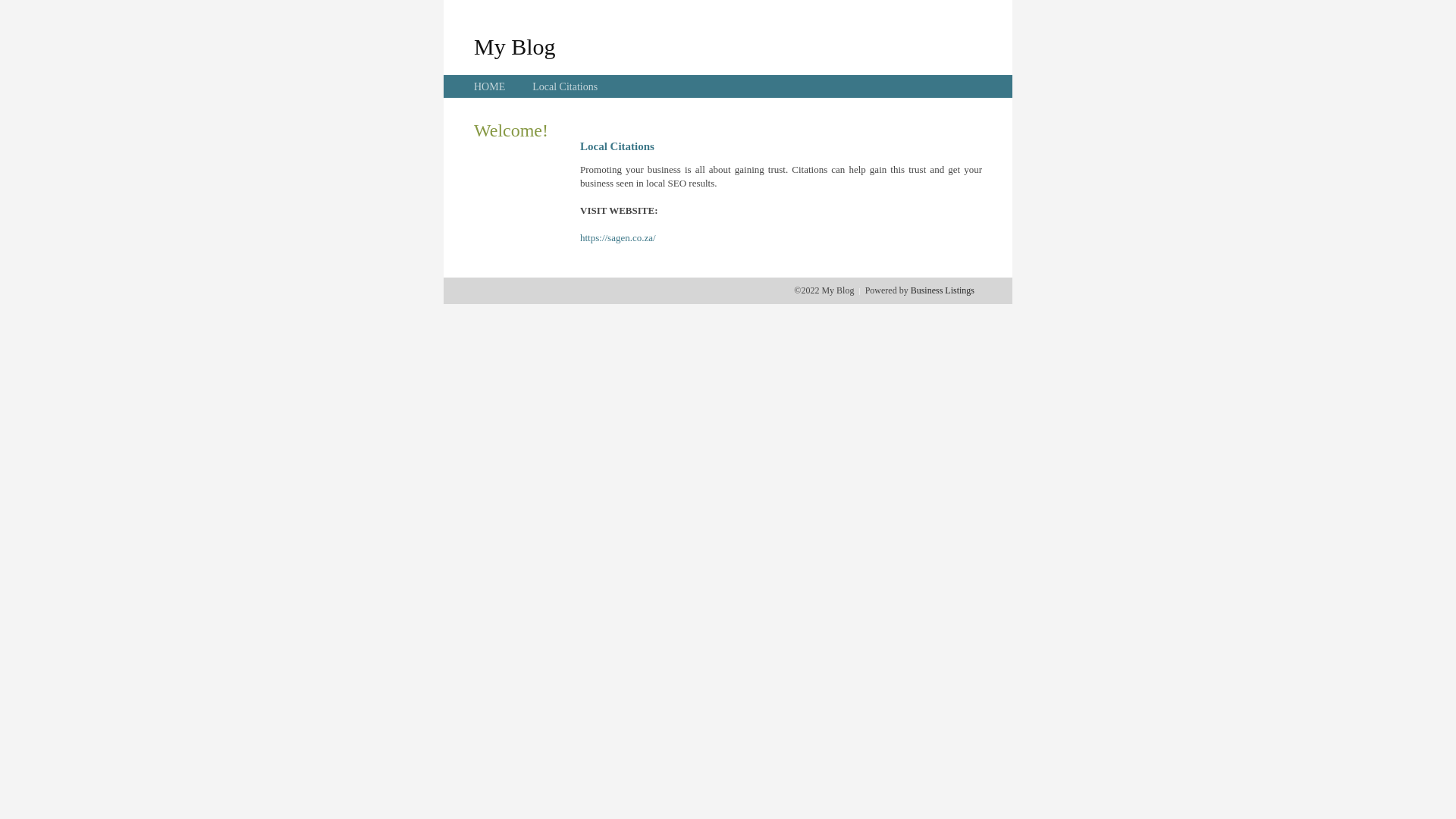  What do you see at coordinates (942, 290) in the screenshot?
I see `'Business Listings'` at bounding box center [942, 290].